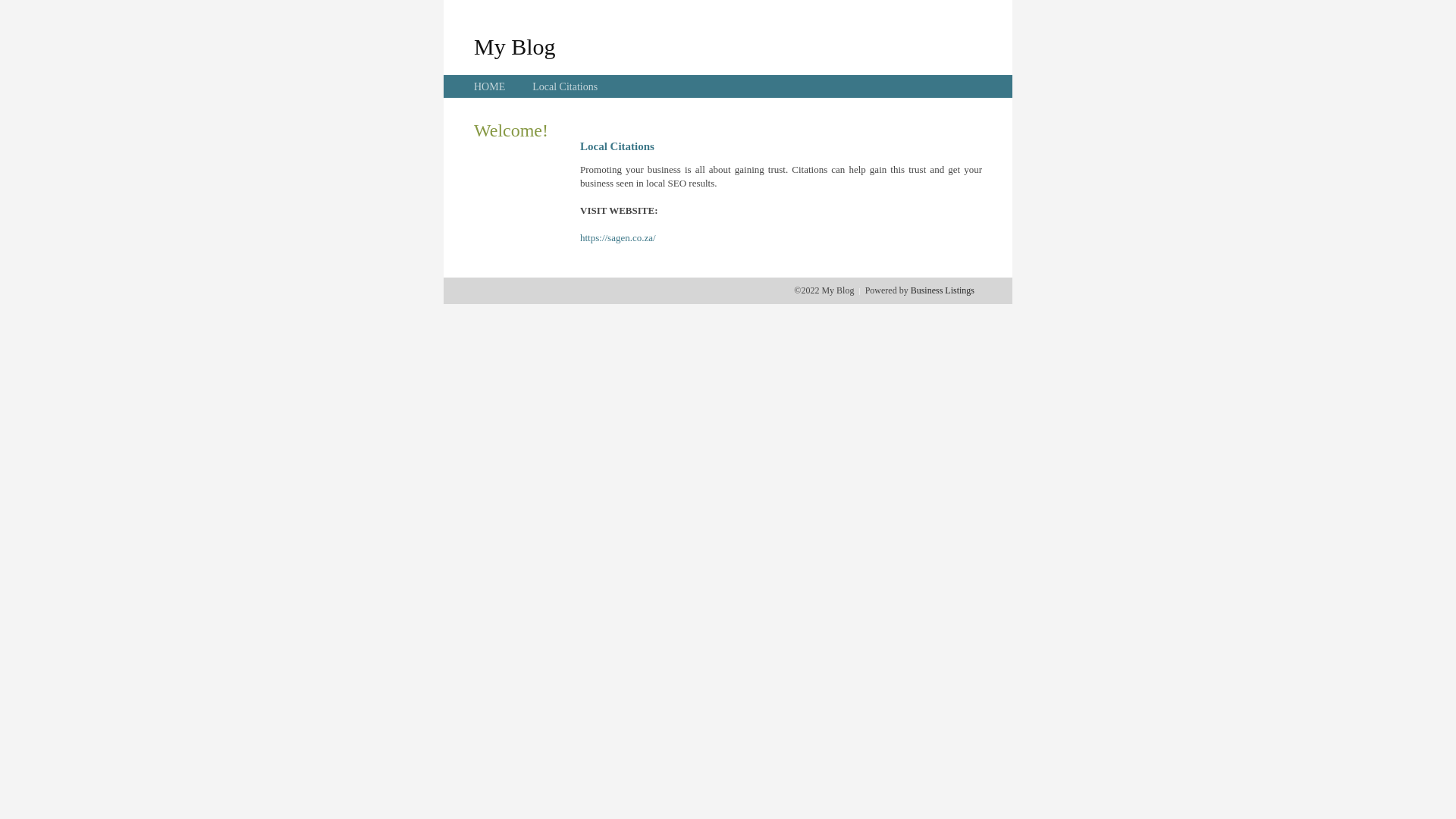  What do you see at coordinates (942, 290) in the screenshot?
I see `'Business Listings'` at bounding box center [942, 290].